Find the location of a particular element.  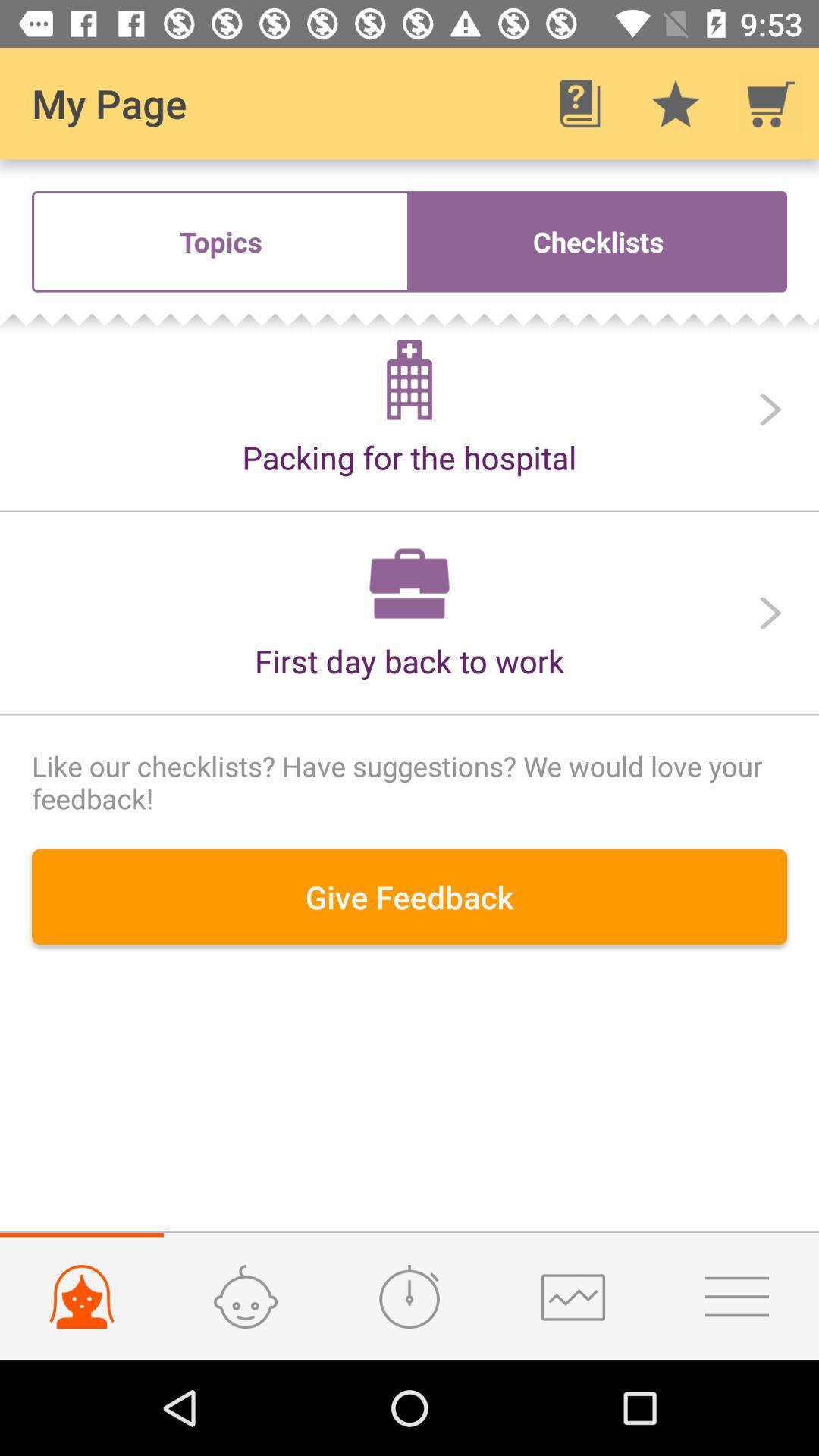

icon to the left of the checklists is located at coordinates (220, 240).